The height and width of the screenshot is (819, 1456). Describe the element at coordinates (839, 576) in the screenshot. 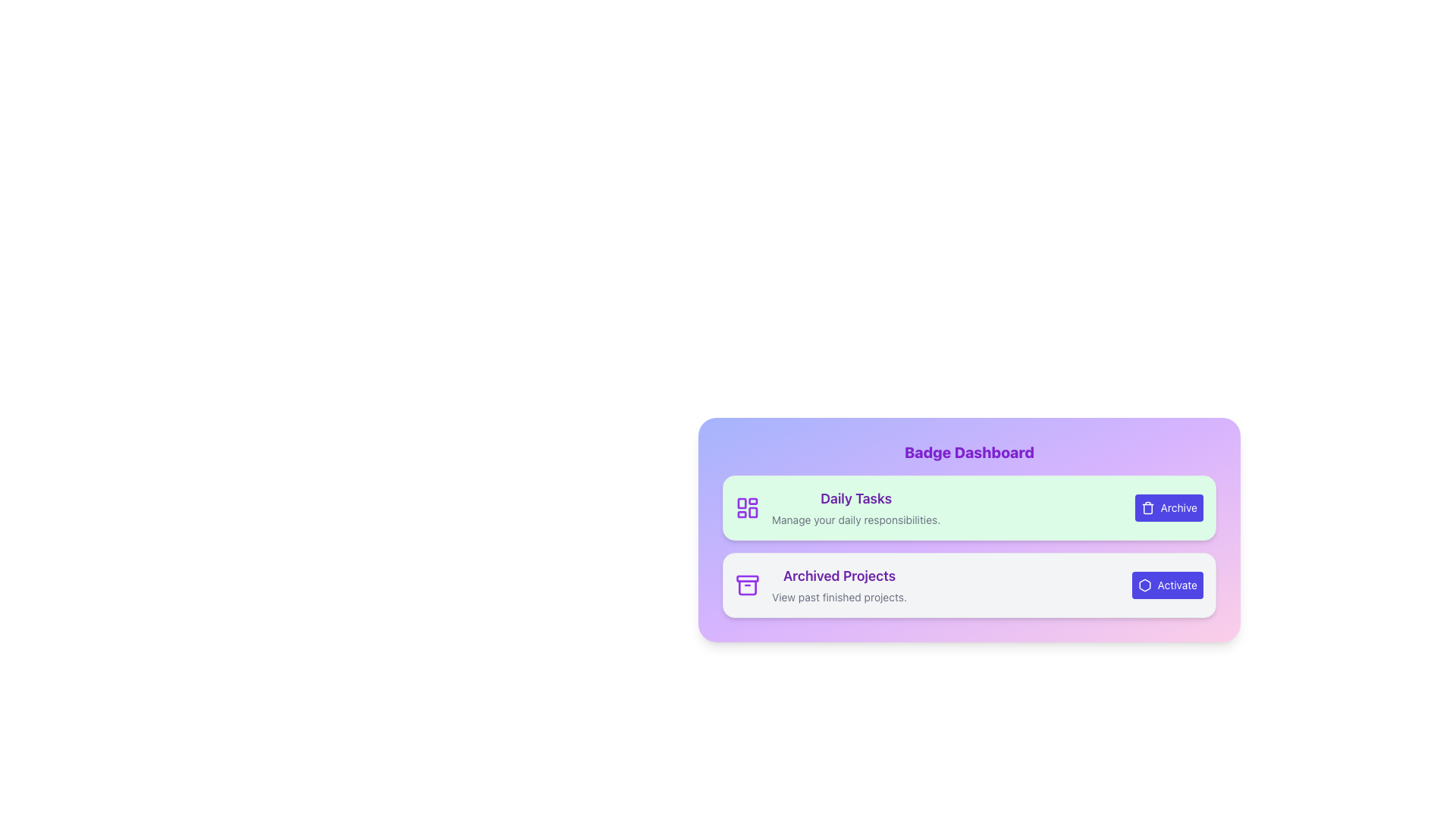

I see `header text 'Archived Projects' displayed in a large and bold purple font, located in the second card-like section of the dashboard layout, below 'Daily Tasks'` at that location.